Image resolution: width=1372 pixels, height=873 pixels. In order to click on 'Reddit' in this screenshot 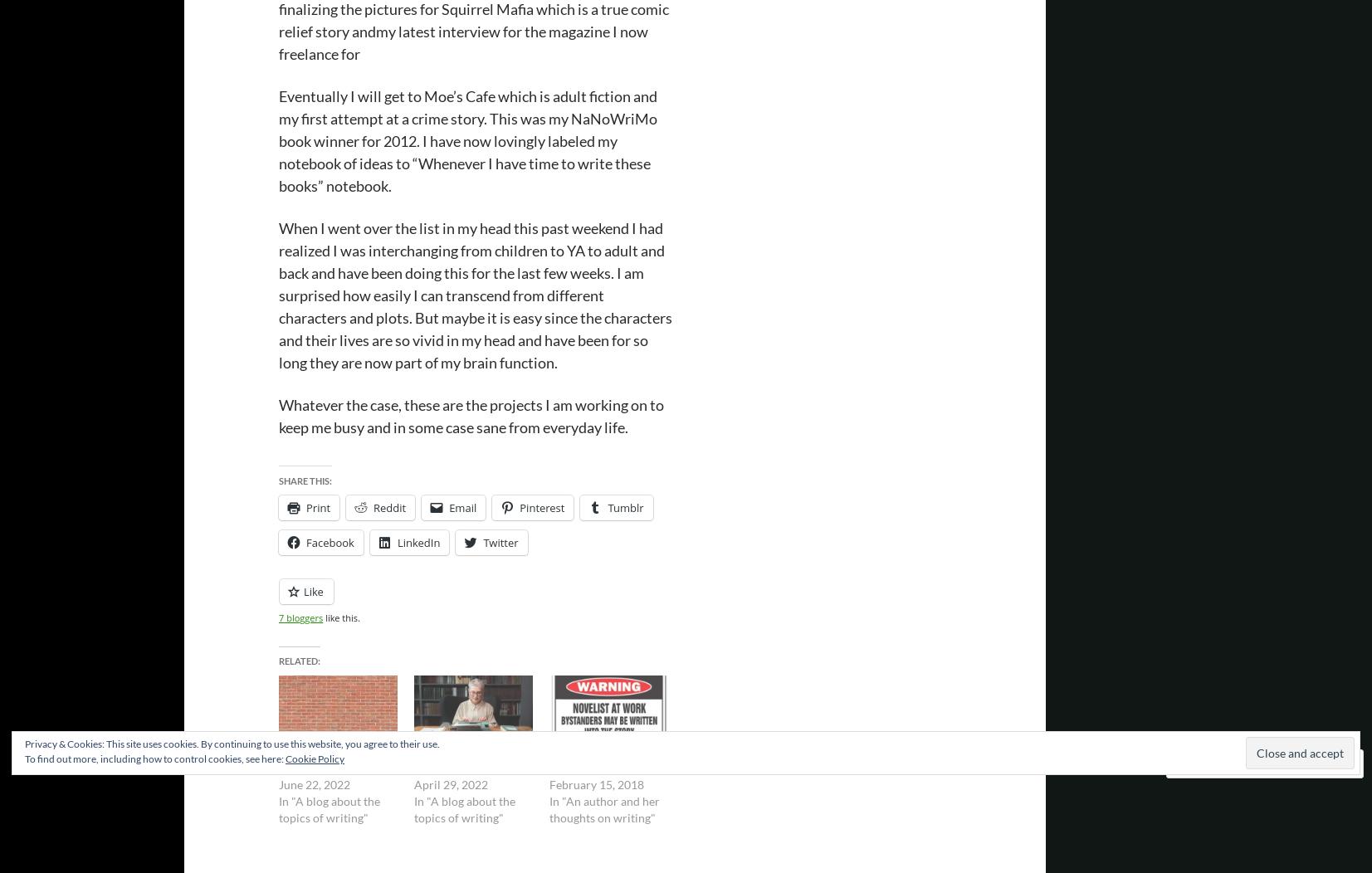, I will do `click(388, 506)`.